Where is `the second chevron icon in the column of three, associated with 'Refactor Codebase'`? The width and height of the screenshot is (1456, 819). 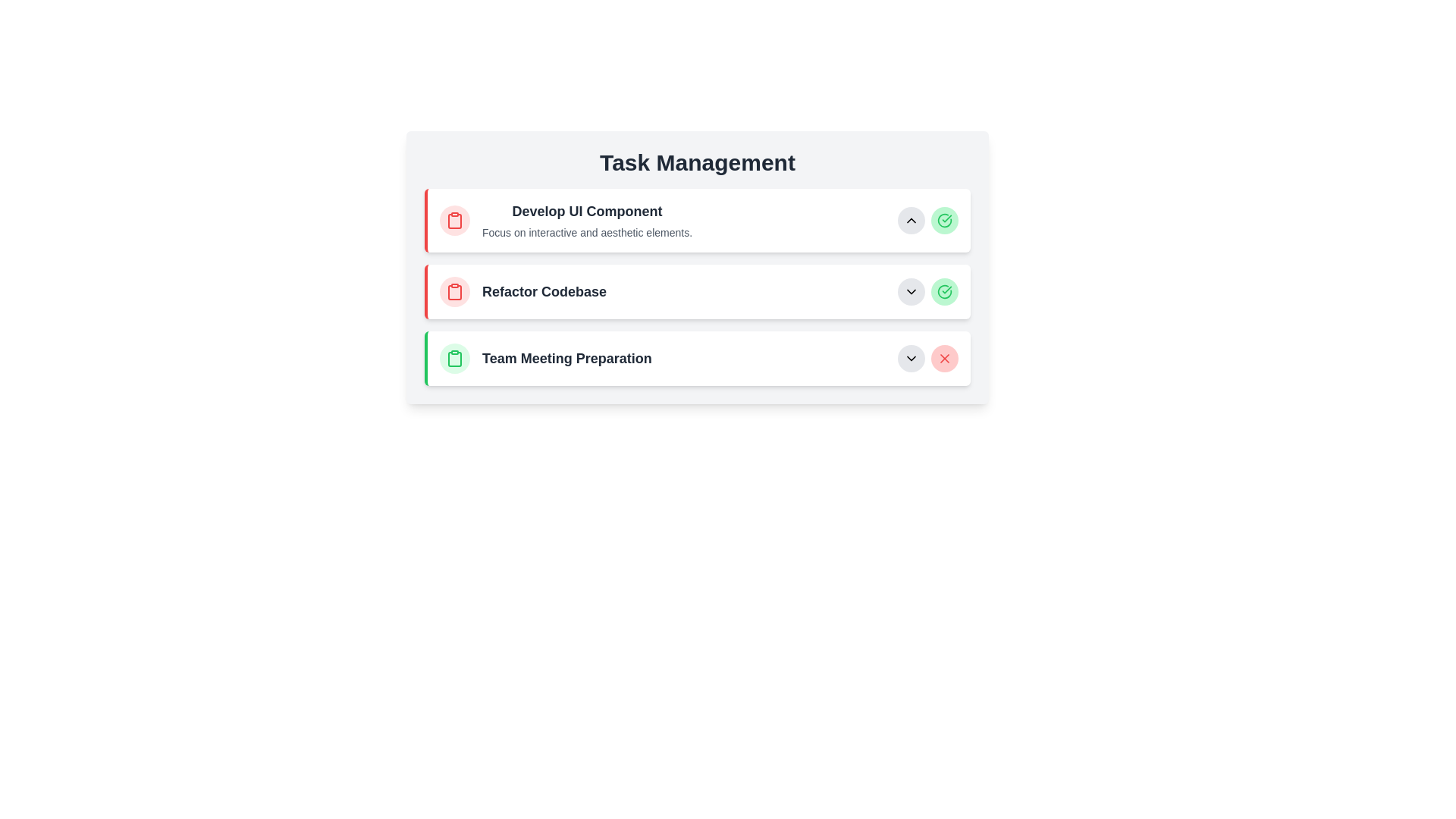 the second chevron icon in the column of three, associated with 'Refactor Codebase' is located at coordinates (910, 292).